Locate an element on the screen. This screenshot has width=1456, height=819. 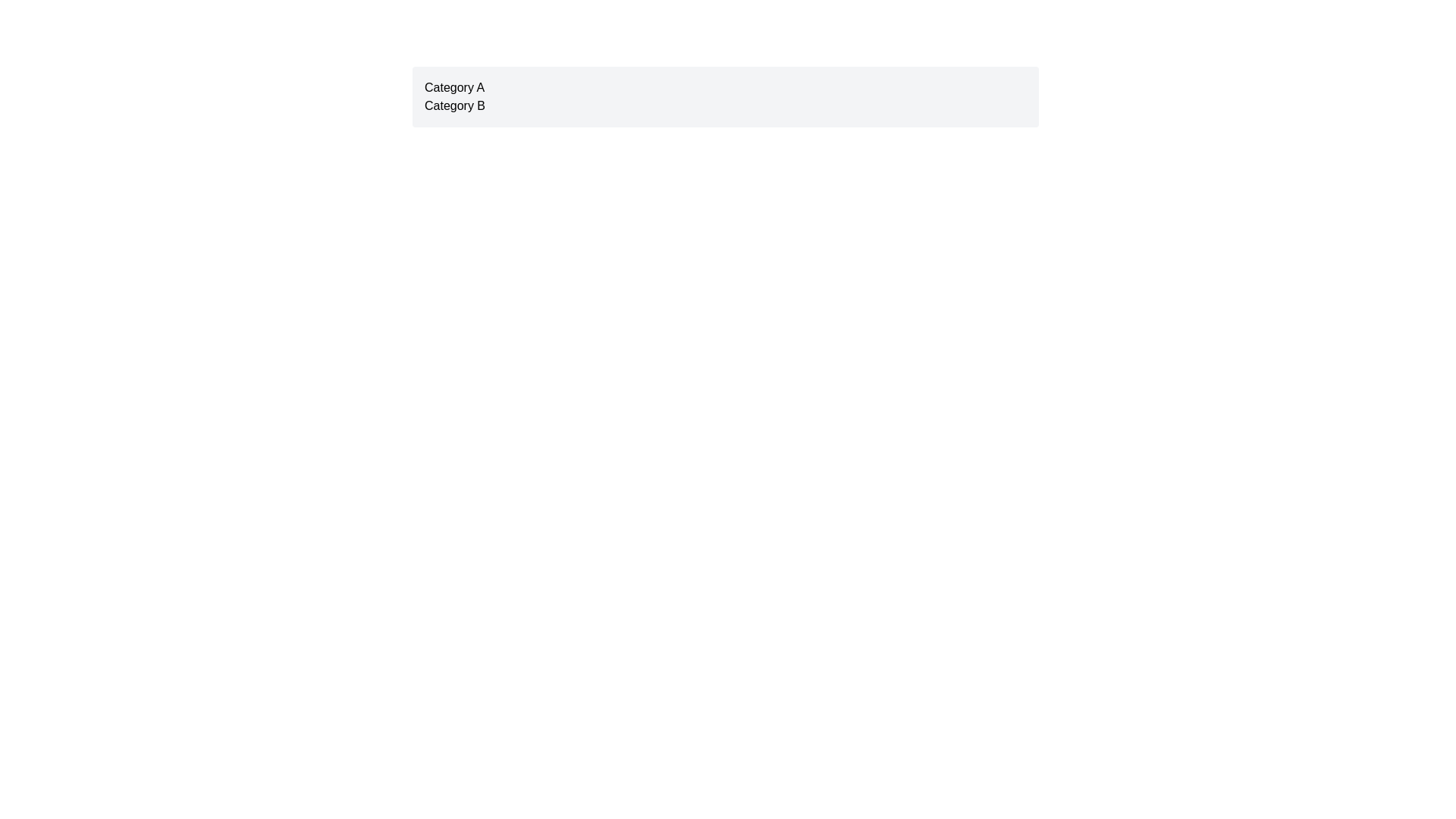
the 'Category B' interactive label is located at coordinates (454, 105).